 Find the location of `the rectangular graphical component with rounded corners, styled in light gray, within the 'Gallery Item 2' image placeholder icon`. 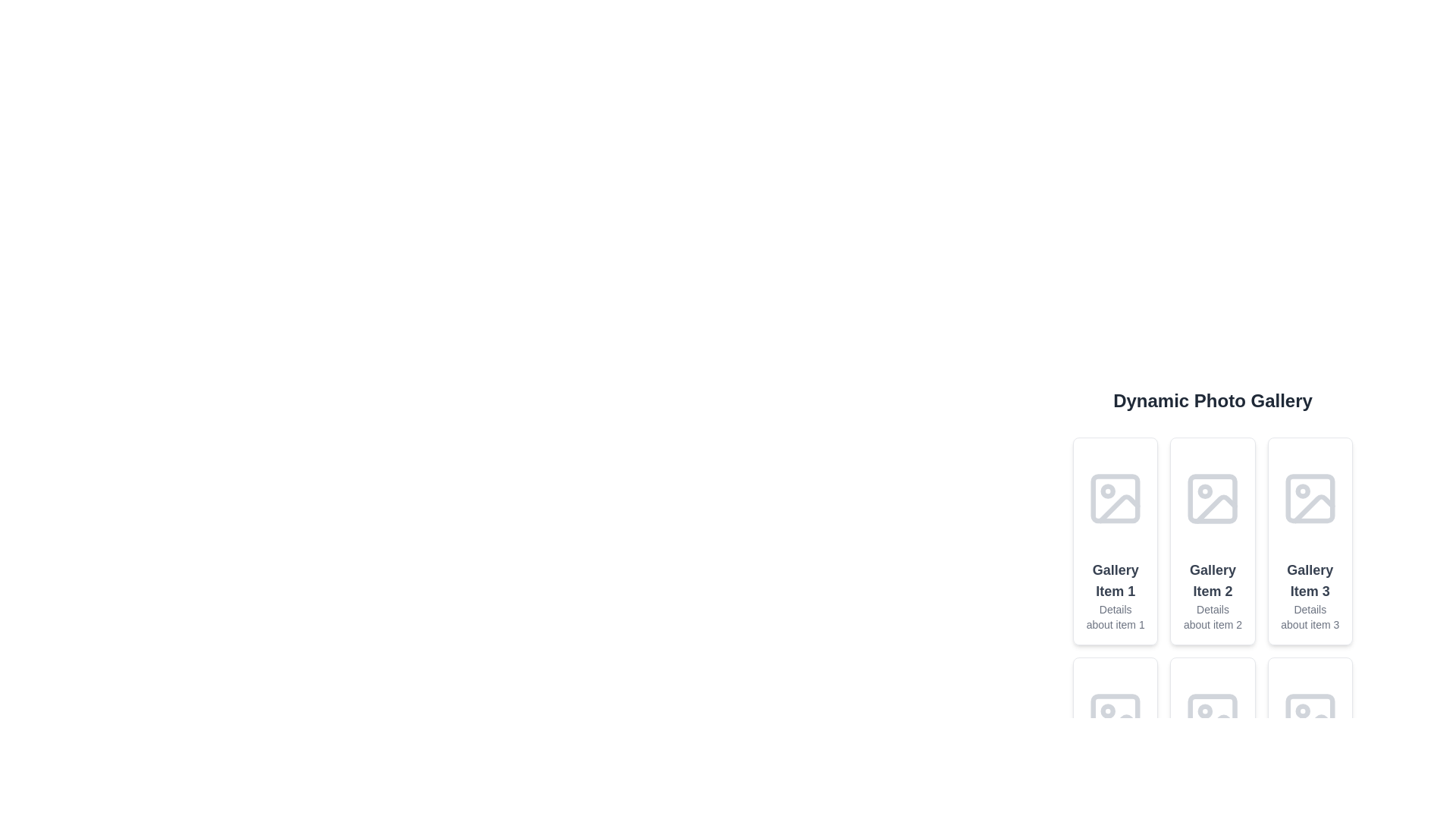

the rectangular graphical component with rounded corners, styled in light gray, within the 'Gallery Item 2' image placeholder icon is located at coordinates (1212, 499).